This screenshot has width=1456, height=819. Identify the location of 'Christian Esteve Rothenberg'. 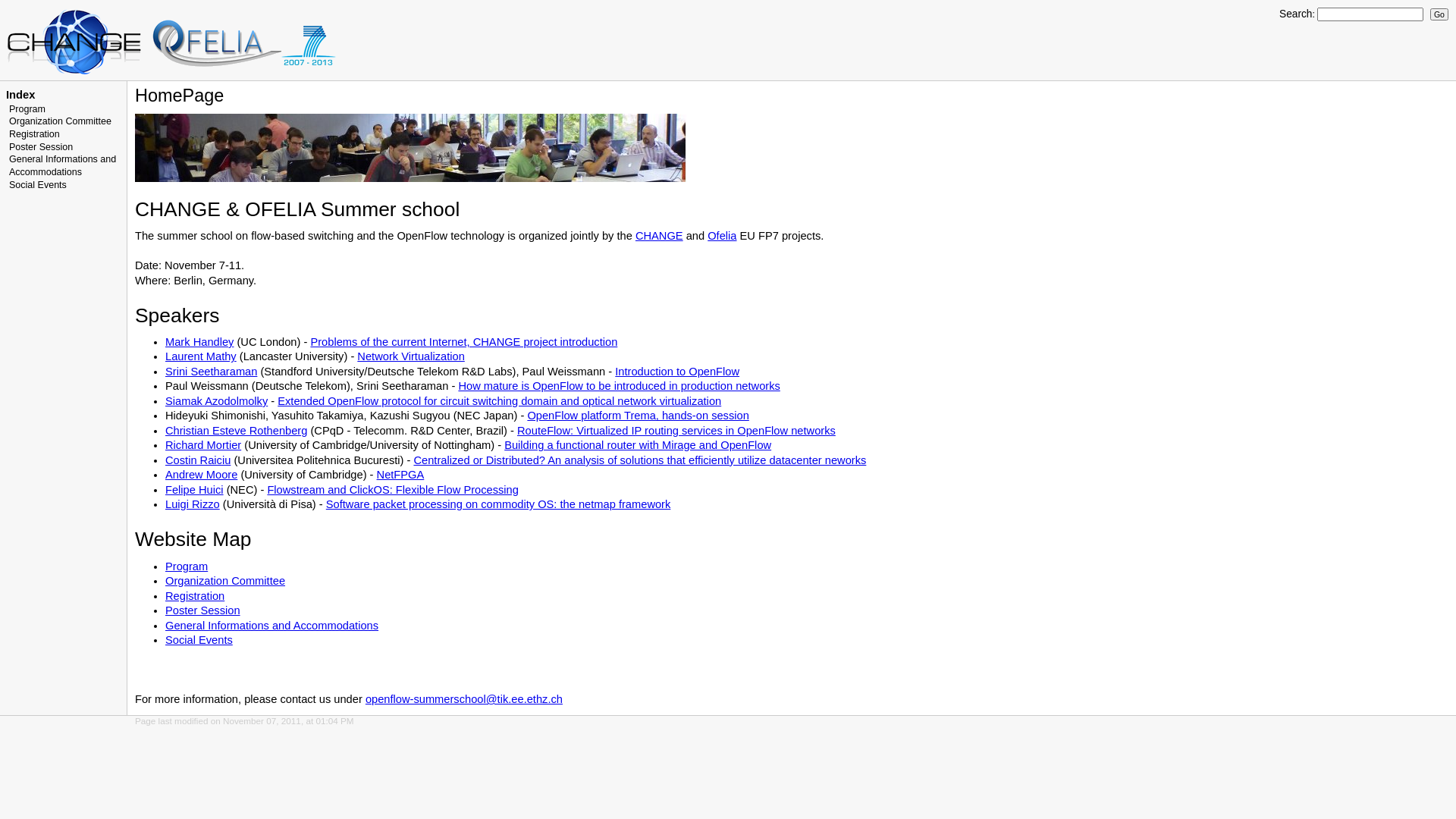
(235, 430).